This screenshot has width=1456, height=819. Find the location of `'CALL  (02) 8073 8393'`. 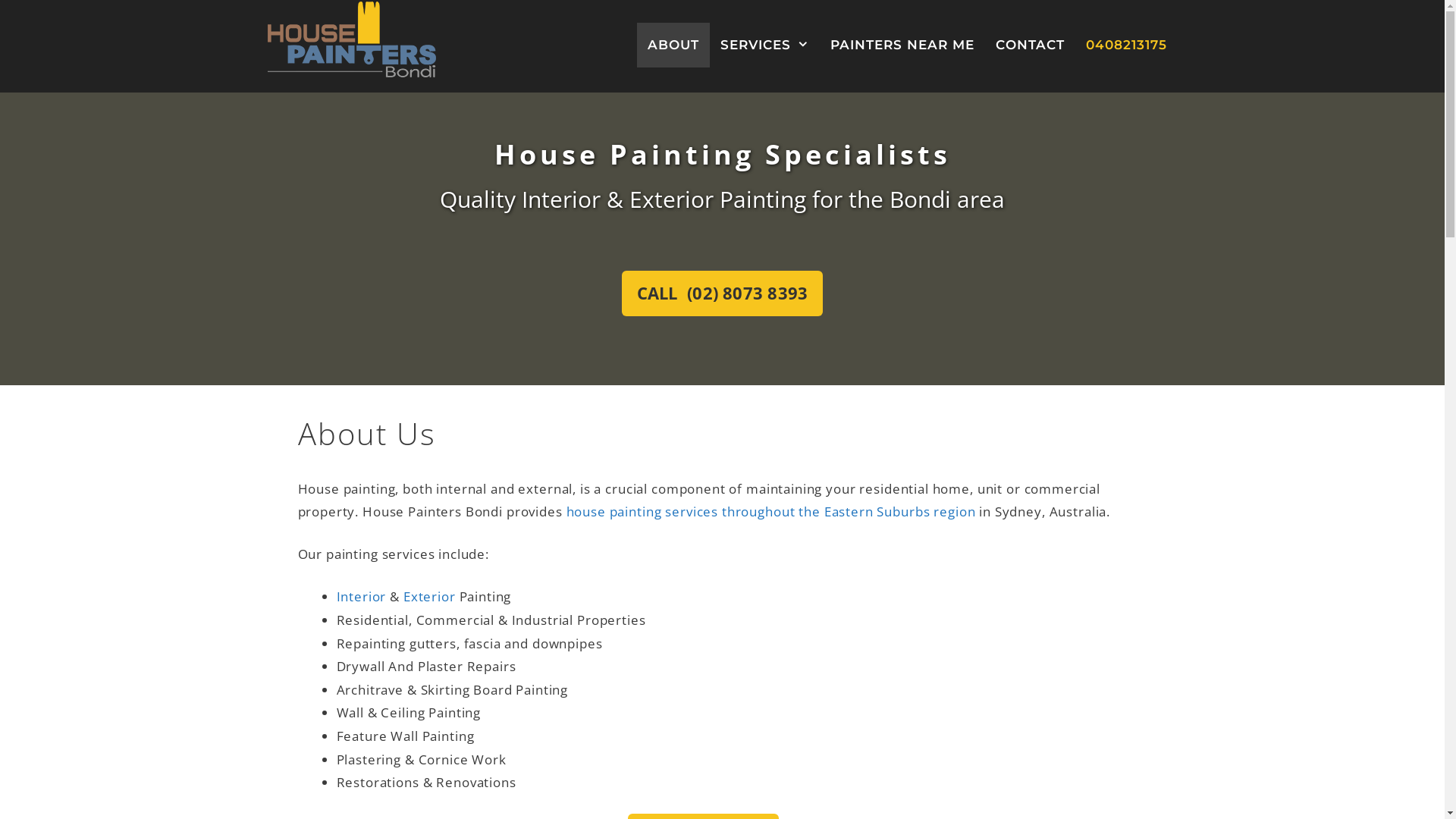

'CALL  (02) 8073 8393' is located at coordinates (721, 293).